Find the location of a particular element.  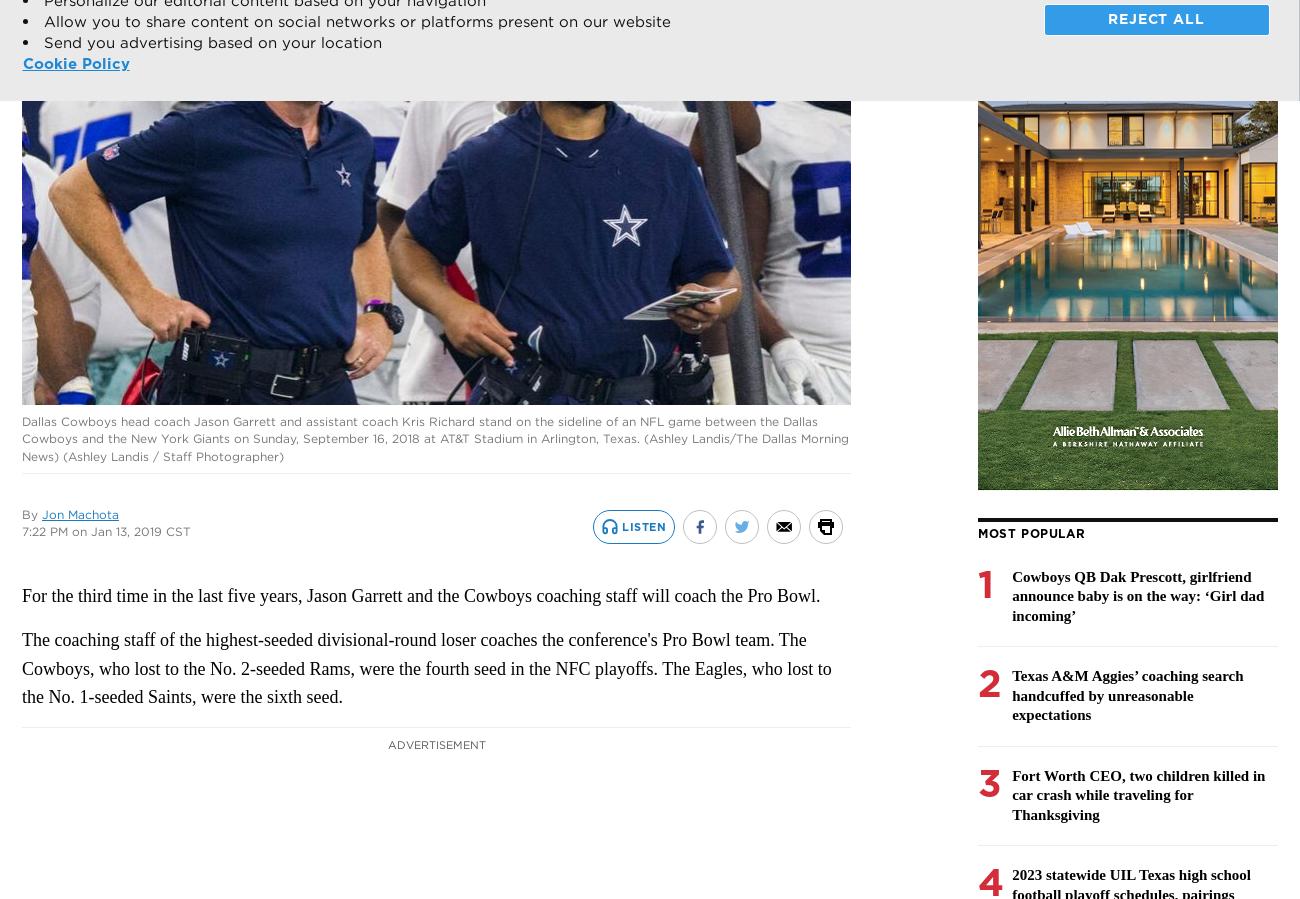

'Fort Worth CEO, two children killed in car crash while traveling for Thanksgiving' is located at coordinates (1138, 794).